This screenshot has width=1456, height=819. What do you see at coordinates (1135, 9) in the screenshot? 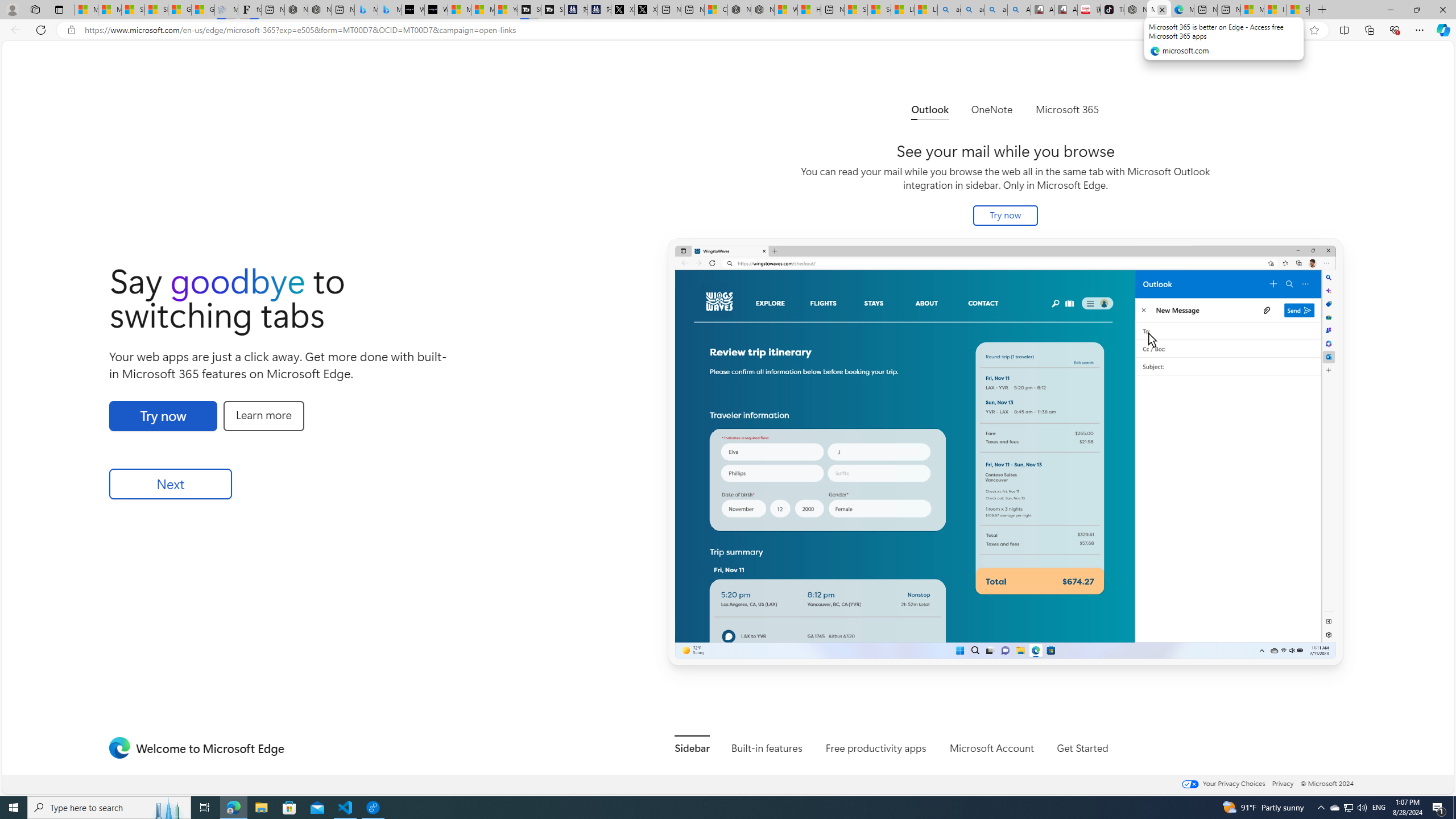
I see `'Nordace - Best Sellers'` at bounding box center [1135, 9].